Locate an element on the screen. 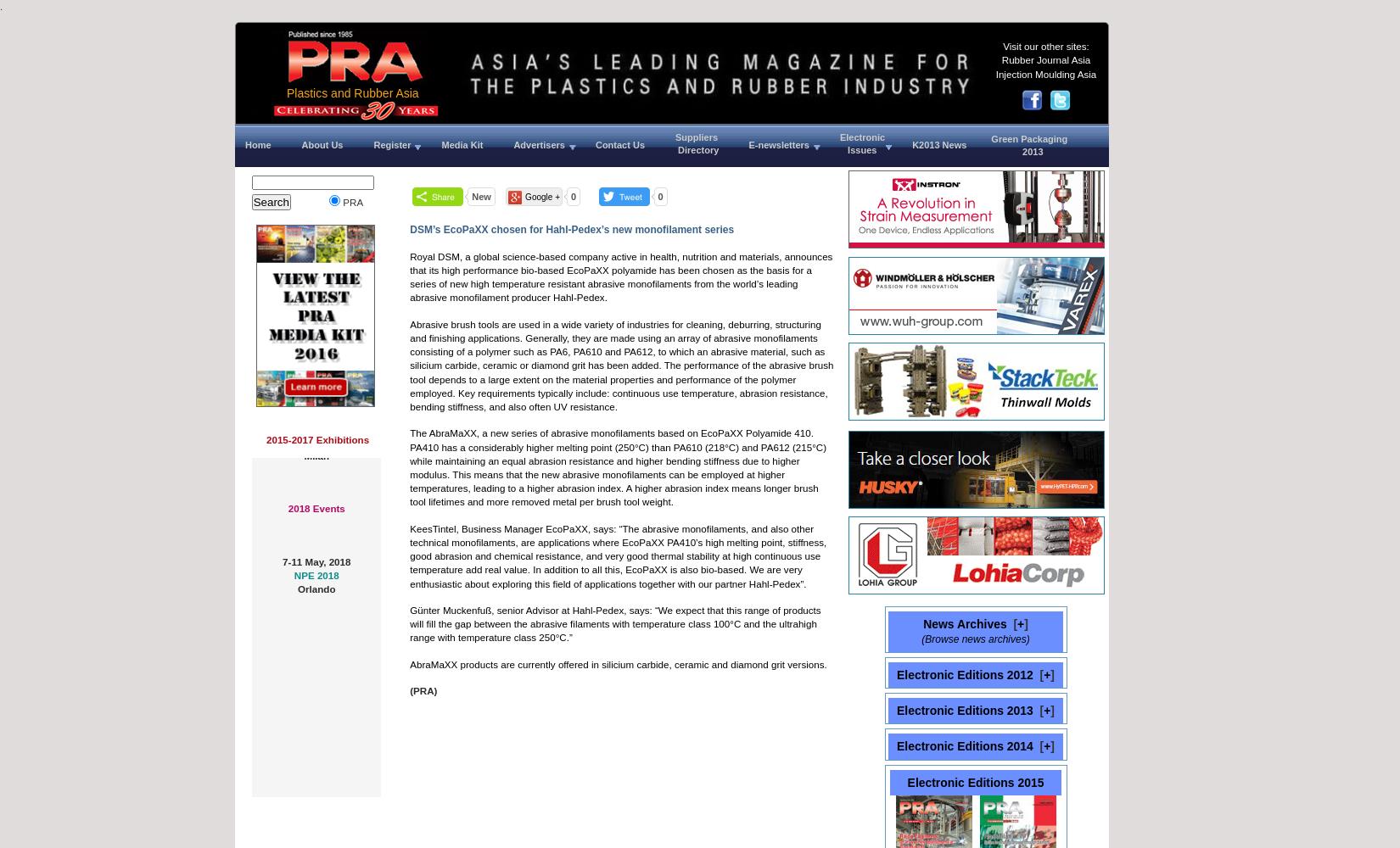  'Green Packaging' is located at coordinates (1029, 139).